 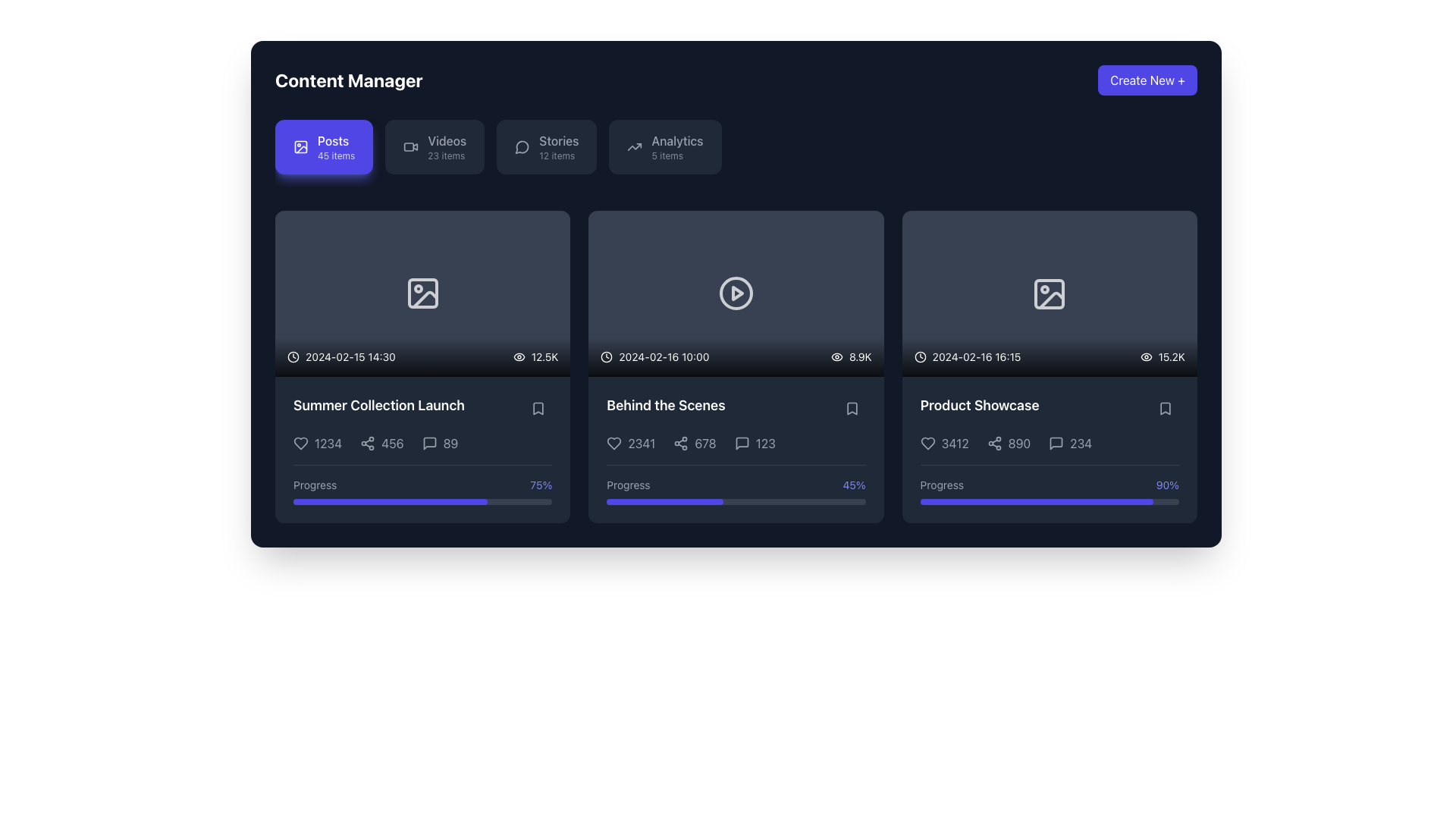 I want to click on the heart-shaped icon representing the like or favorite feature within the 'Summer Collection Launch' card, so click(x=301, y=442).